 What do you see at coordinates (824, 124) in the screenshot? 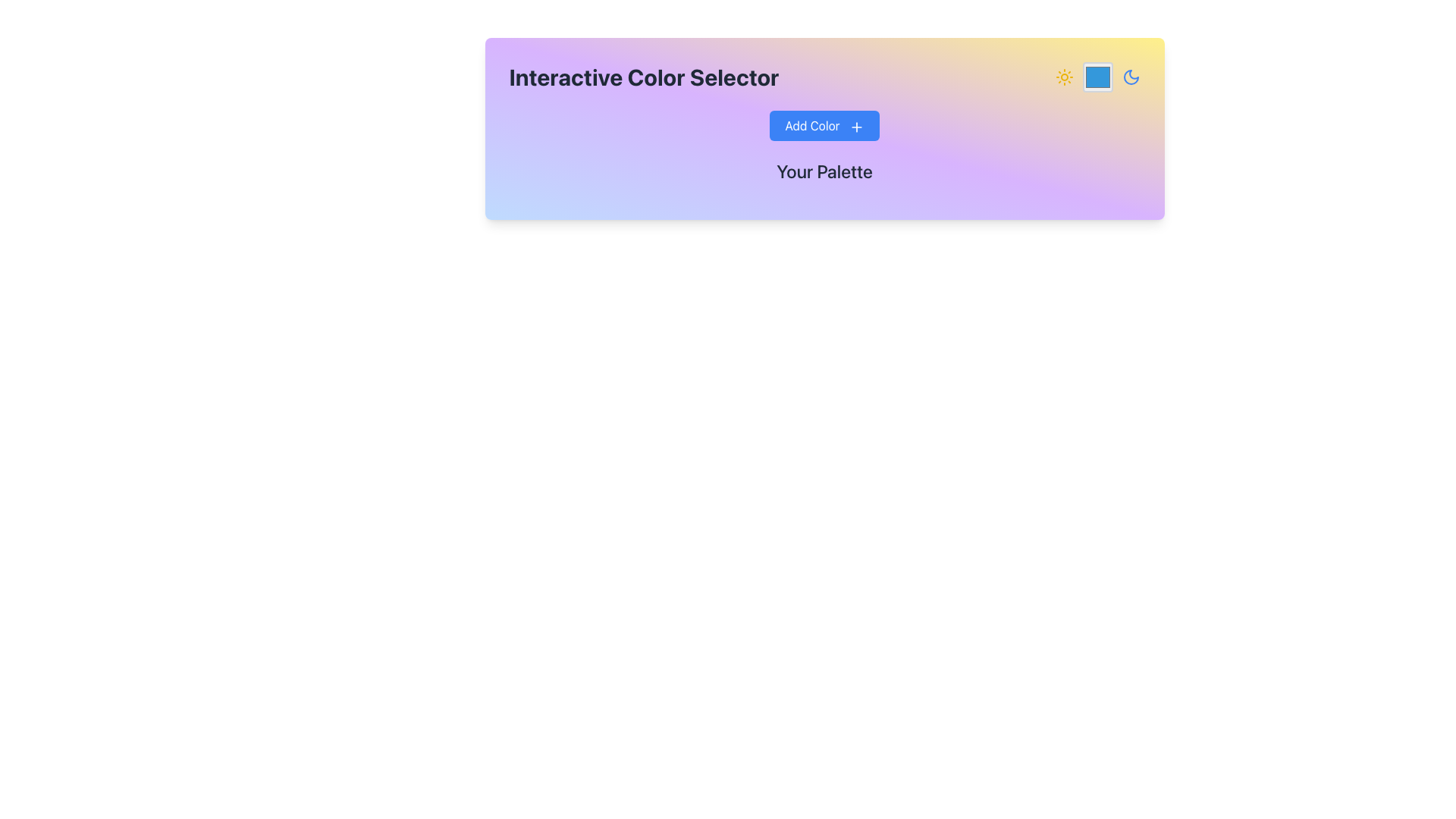
I see `the button located centrally below the 'Interactive Color Selector' heading` at bounding box center [824, 124].